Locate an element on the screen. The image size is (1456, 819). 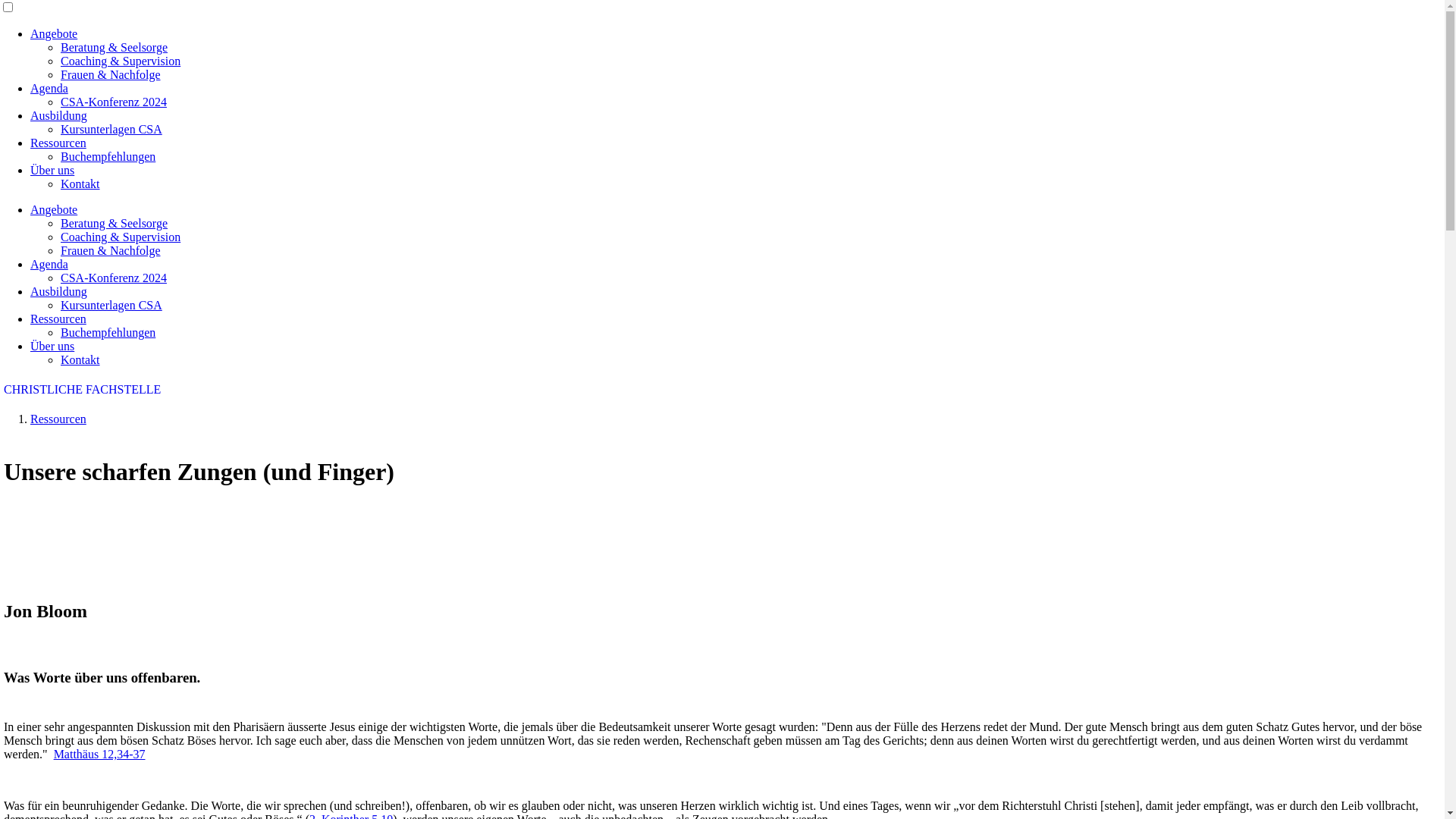
'CHRISTLICHE FACHSTELLE' is located at coordinates (81, 388).